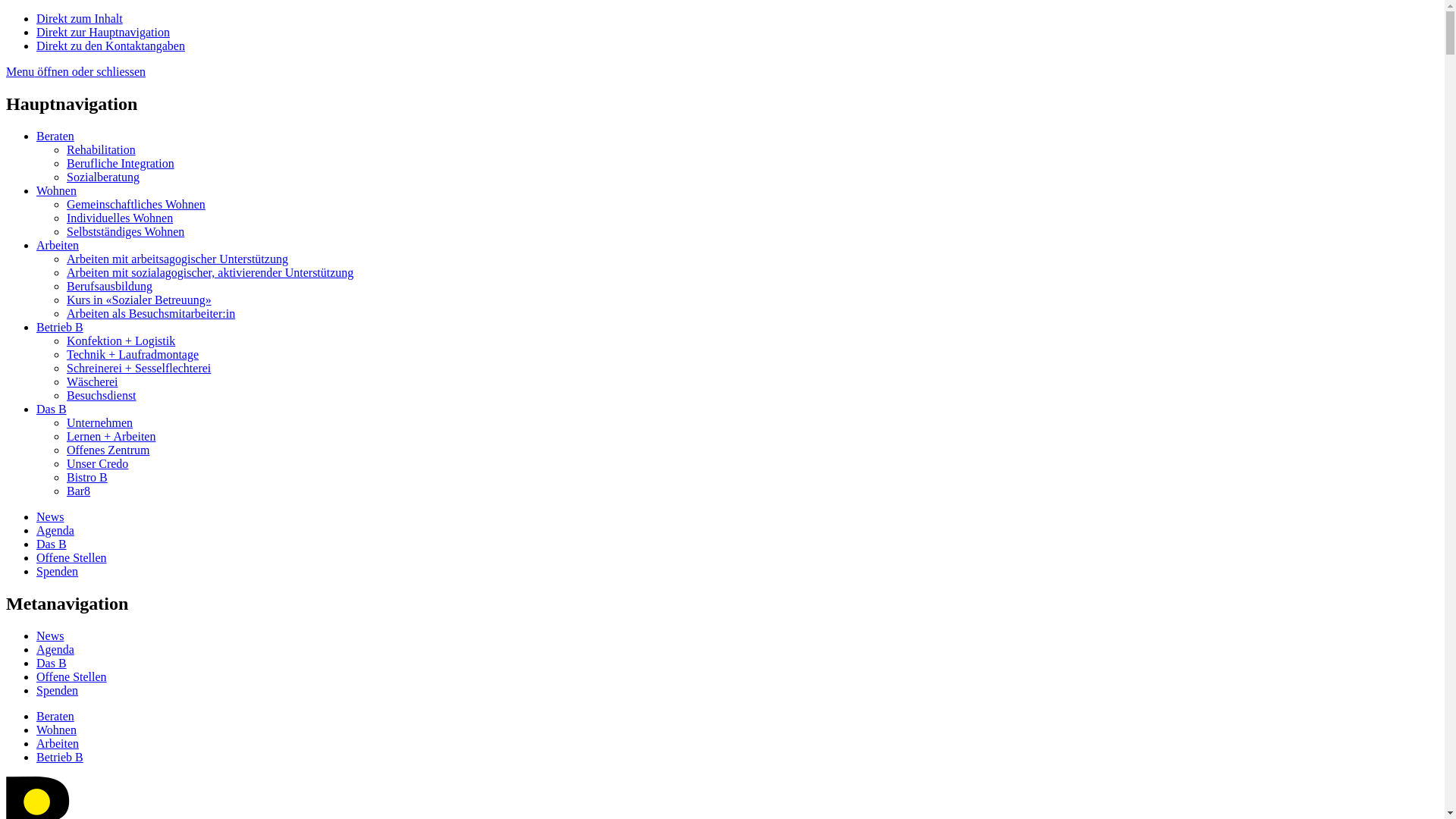 This screenshot has height=819, width=1456. Describe the element at coordinates (110, 436) in the screenshot. I see `'Lernen + Arbeiten'` at that location.